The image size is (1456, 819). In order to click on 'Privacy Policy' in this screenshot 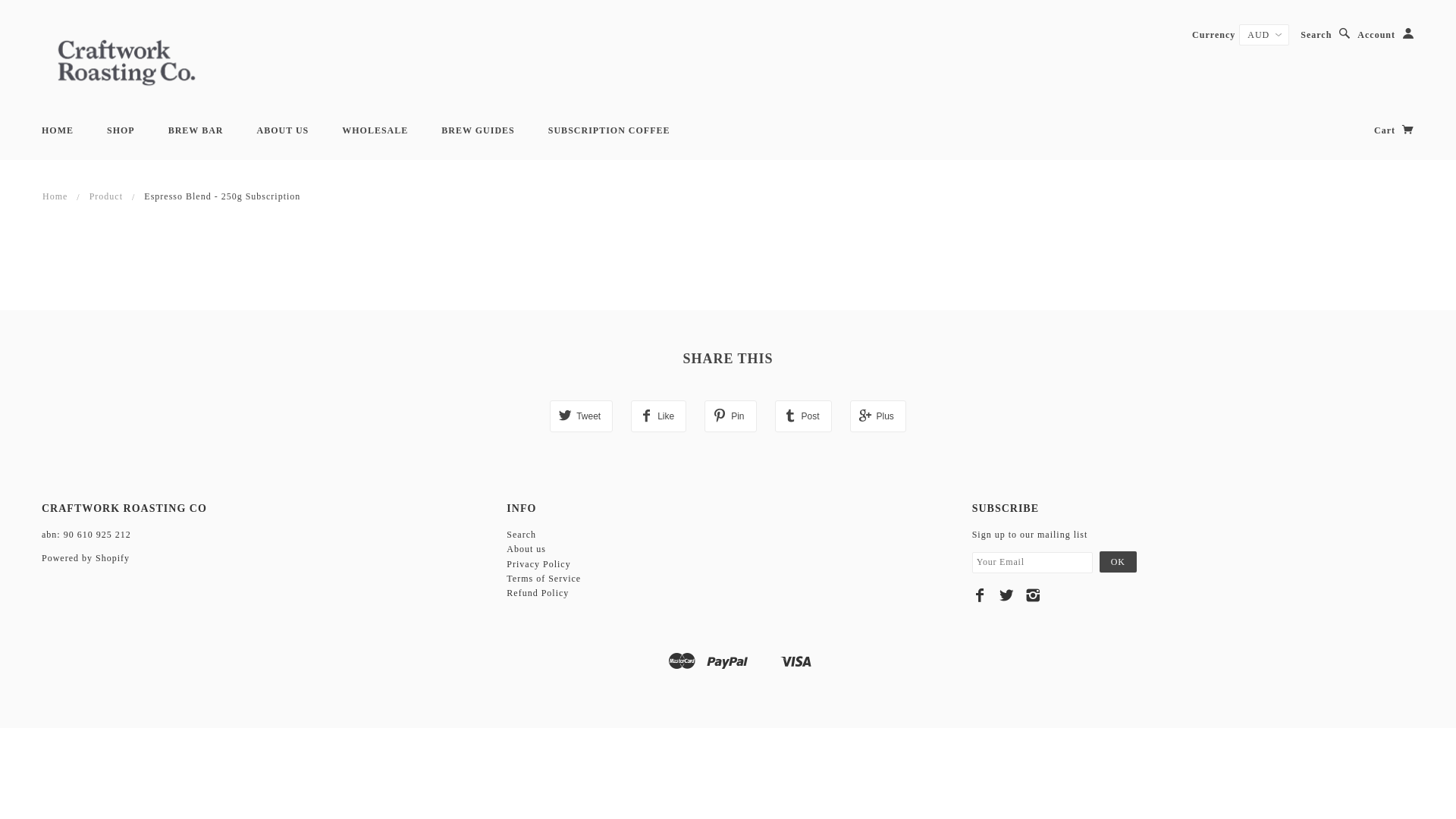, I will do `click(538, 564)`.